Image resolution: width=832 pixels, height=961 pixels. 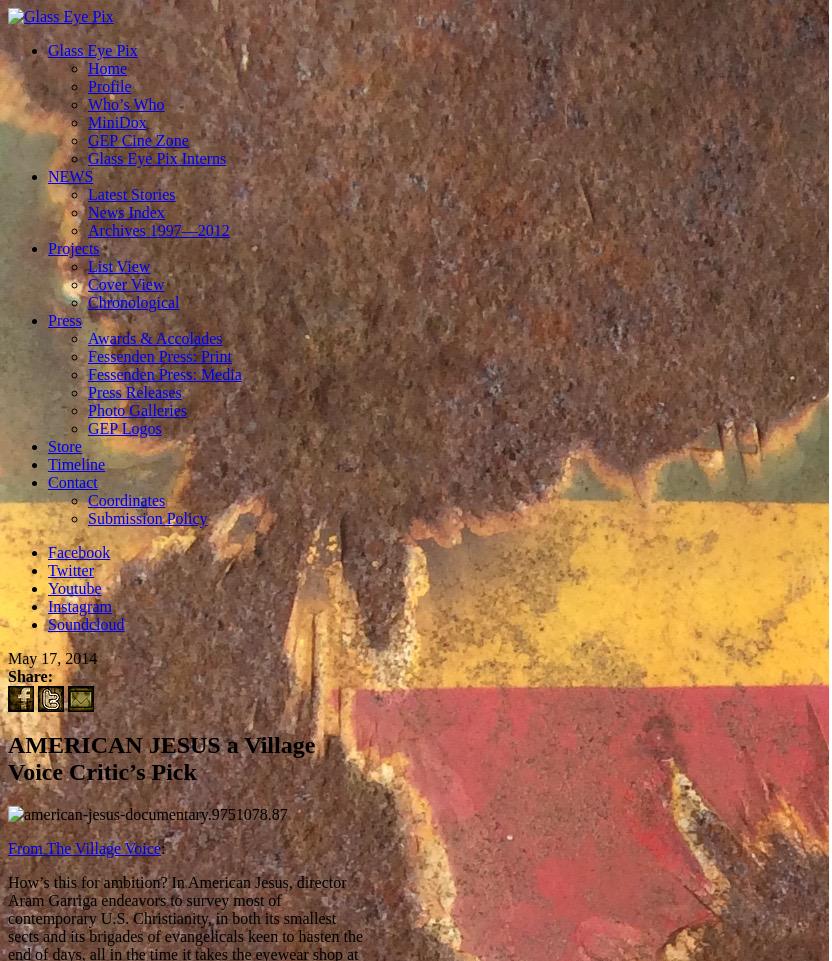 What do you see at coordinates (48, 551) in the screenshot?
I see `'Facebook'` at bounding box center [48, 551].